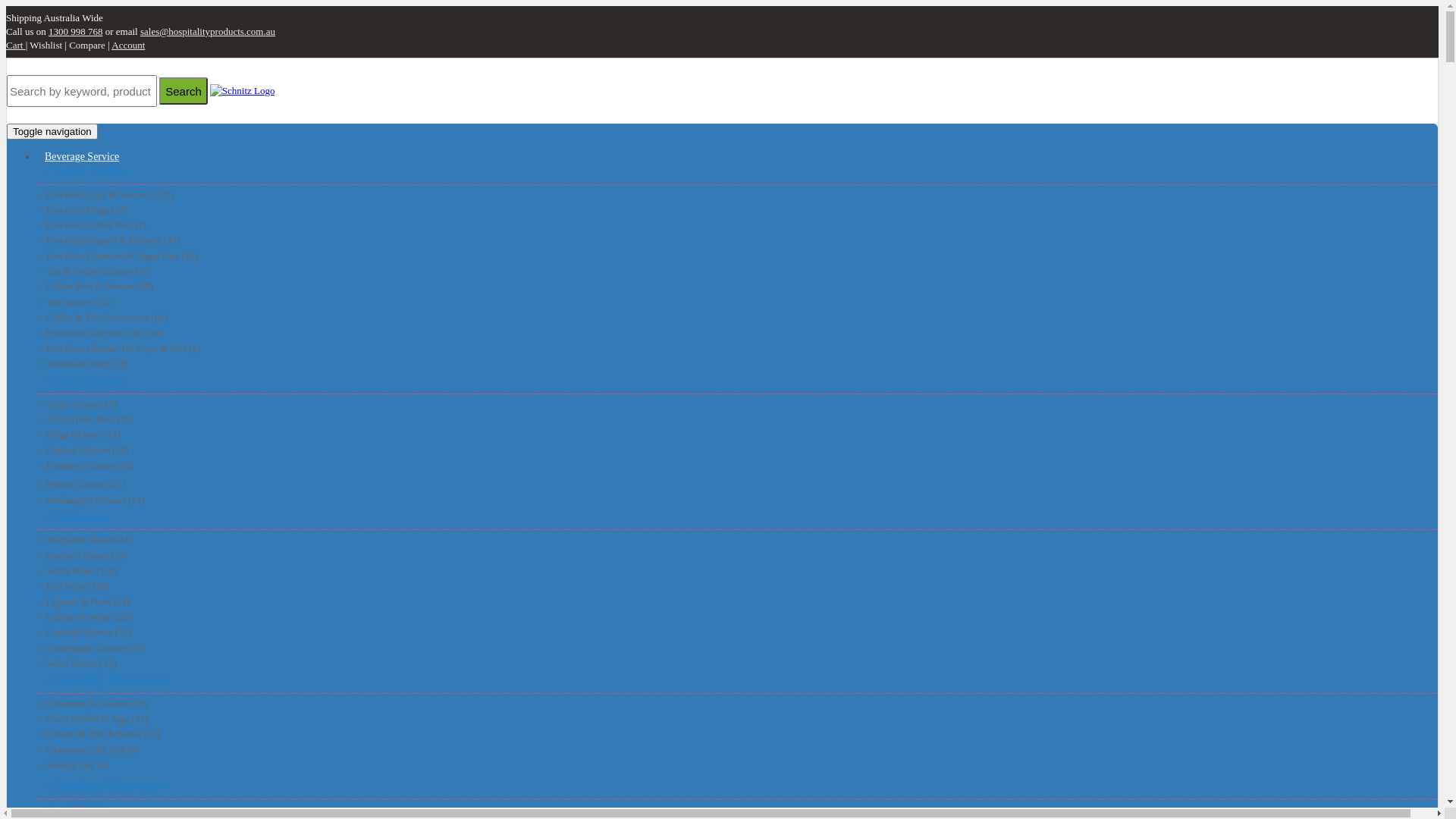  Describe the element at coordinates (39, 302) in the screenshot. I see `'Tea Infusers (52)'` at that location.